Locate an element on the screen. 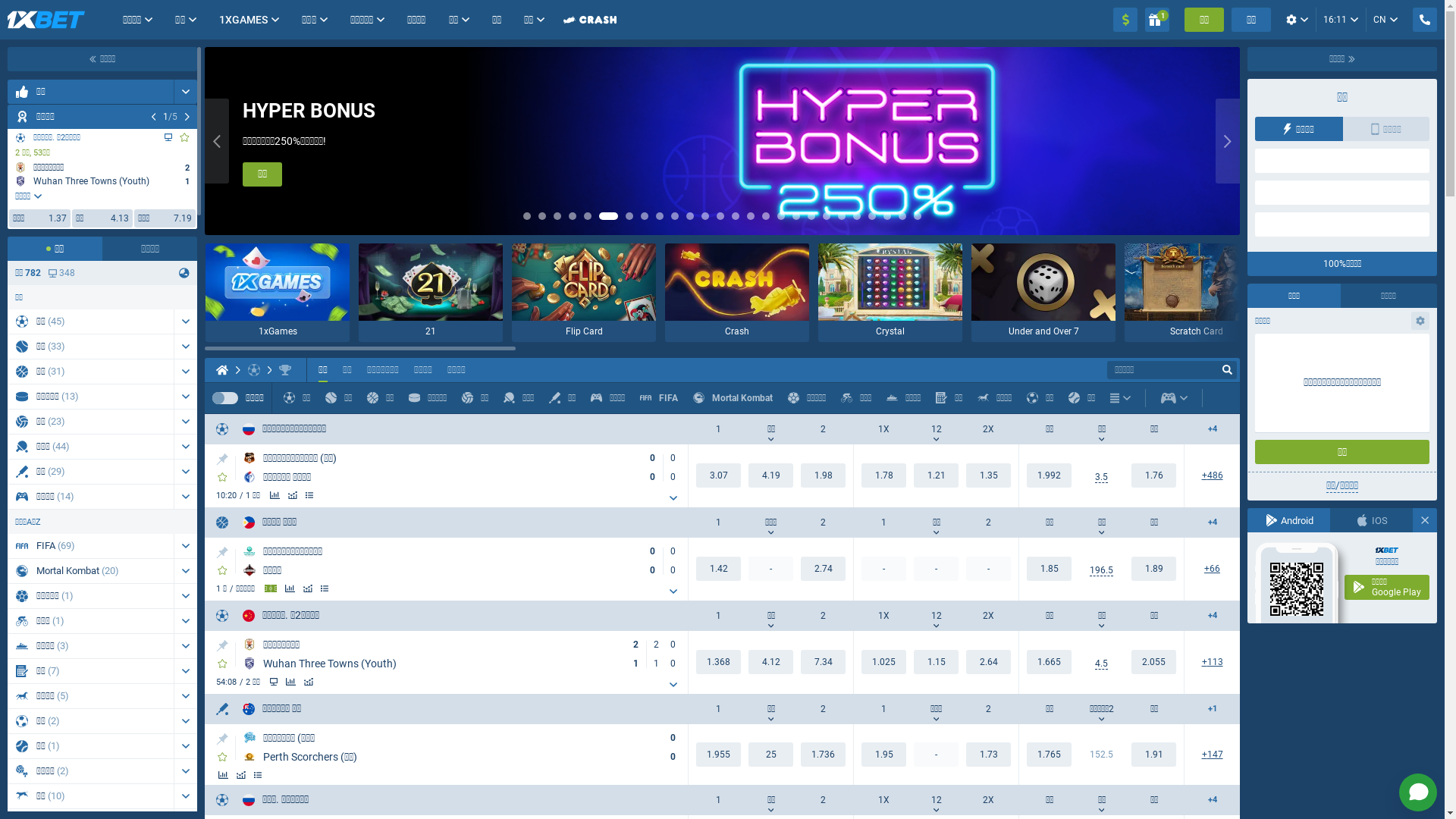 The height and width of the screenshot is (819, 1456). '1.85' is located at coordinates (1048, 568).